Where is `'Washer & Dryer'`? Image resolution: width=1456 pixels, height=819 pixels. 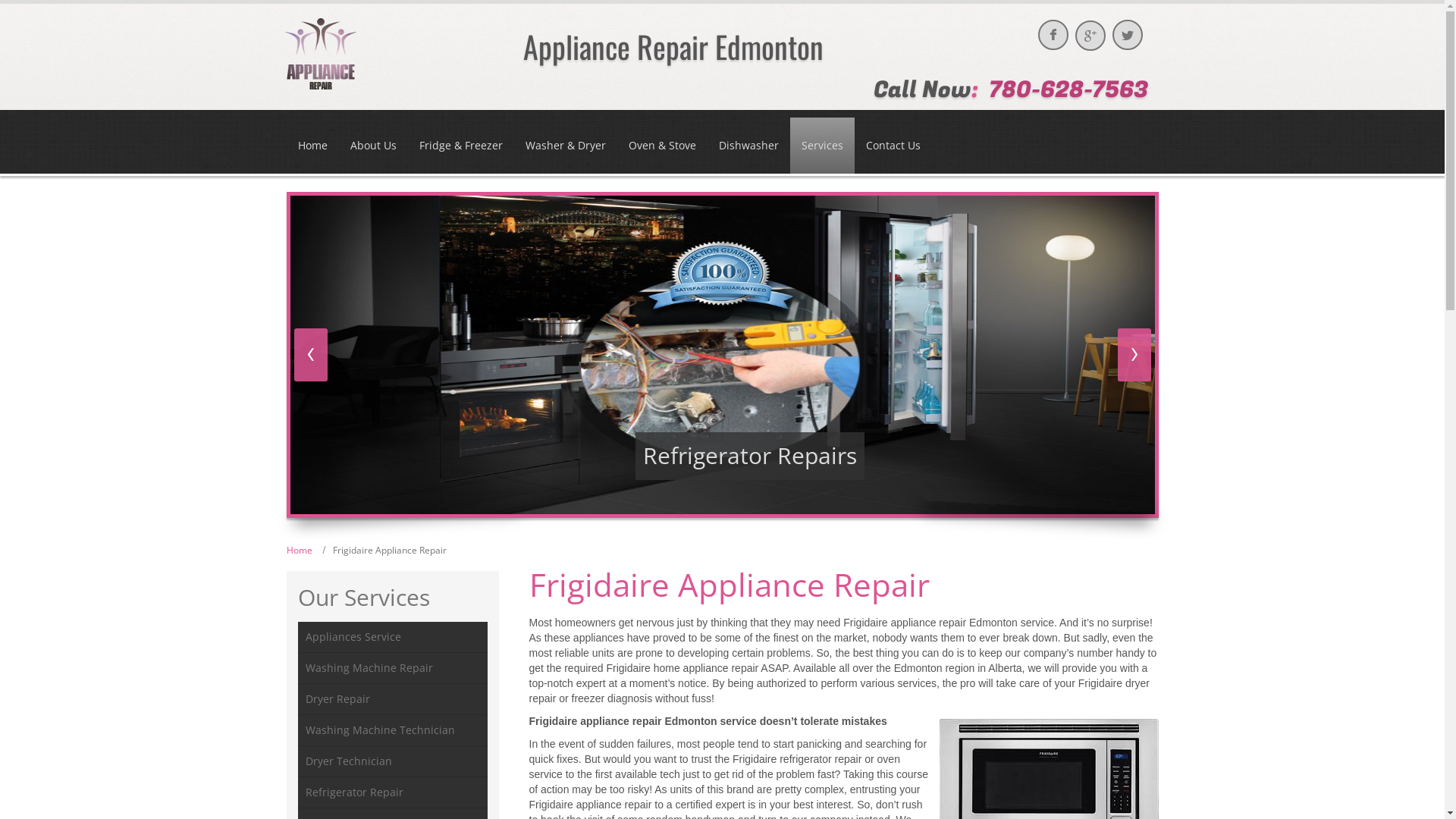 'Washer & Dryer' is located at coordinates (513, 146).